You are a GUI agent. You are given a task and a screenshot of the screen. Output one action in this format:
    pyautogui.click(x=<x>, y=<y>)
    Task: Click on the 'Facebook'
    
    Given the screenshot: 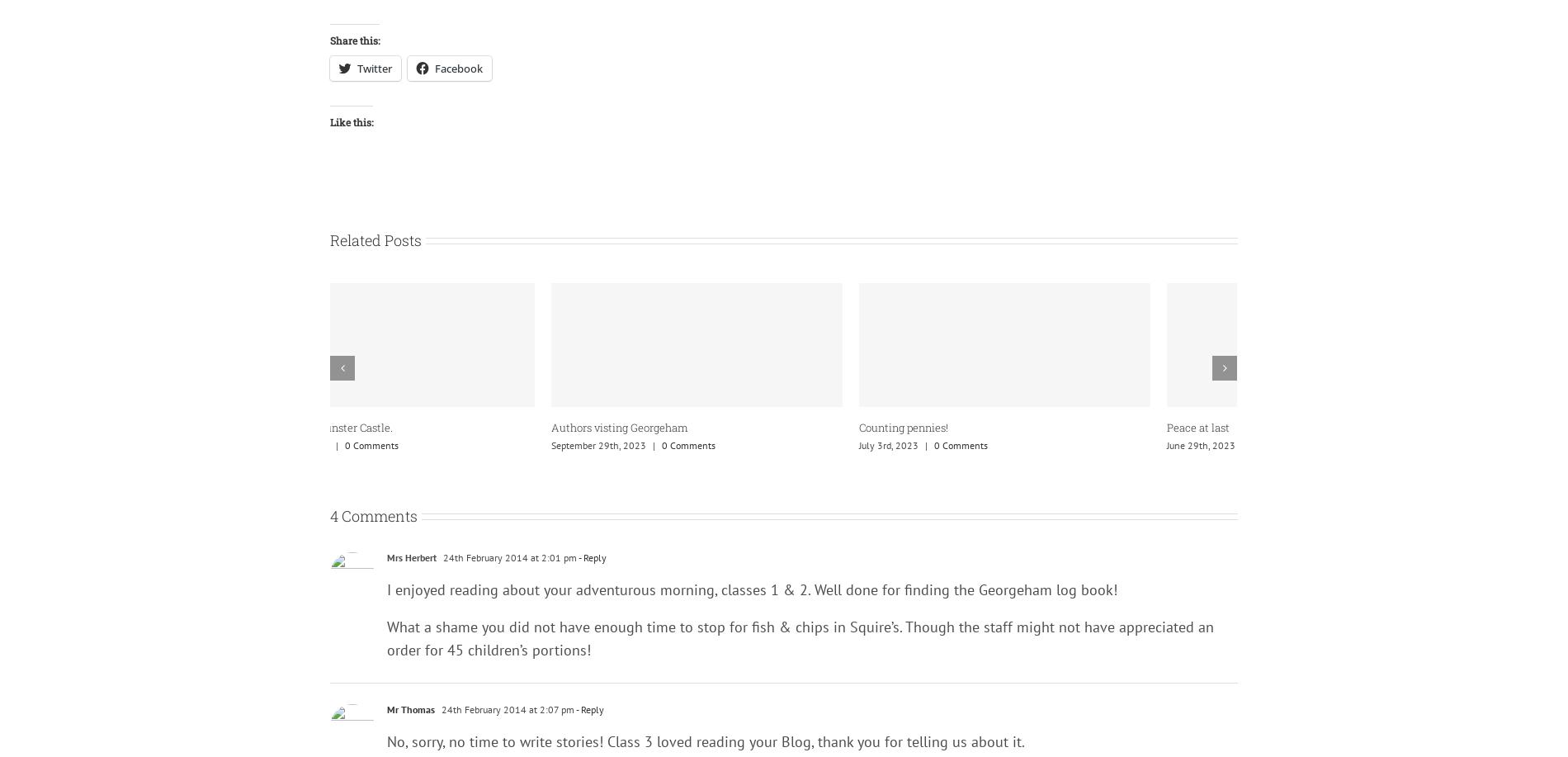 What is the action you would take?
    pyautogui.click(x=458, y=67)
    